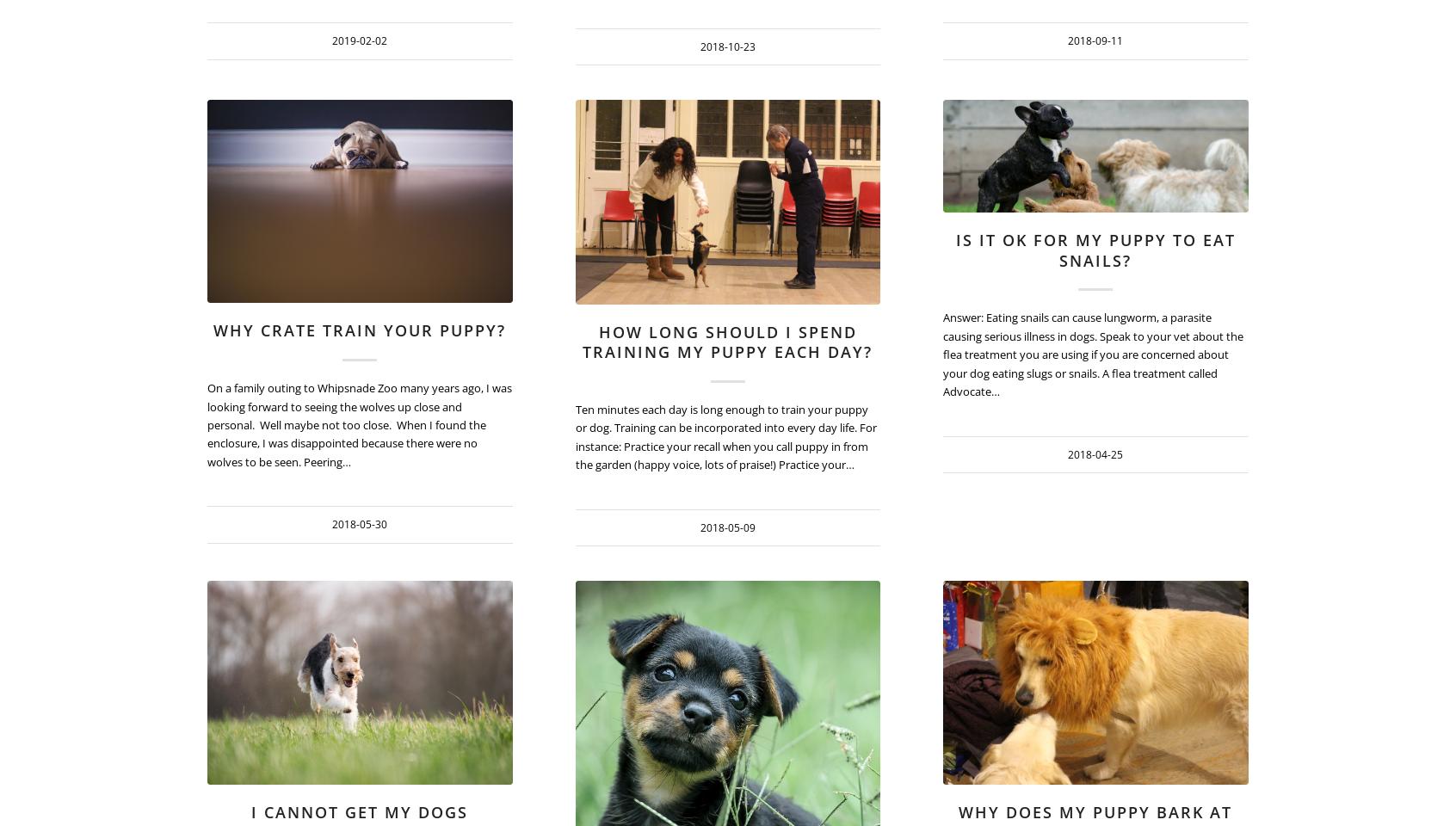  Describe the element at coordinates (1092, 354) in the screenshot. I see `'Answer:

Eating snails can cause lungworm, a parasite causing serious illness in dogs.

Speak to your vet about the flea treatment you are using if you are concerned about your dog eating slugs or snails. A flea treatment called Advocate…'` at that location.